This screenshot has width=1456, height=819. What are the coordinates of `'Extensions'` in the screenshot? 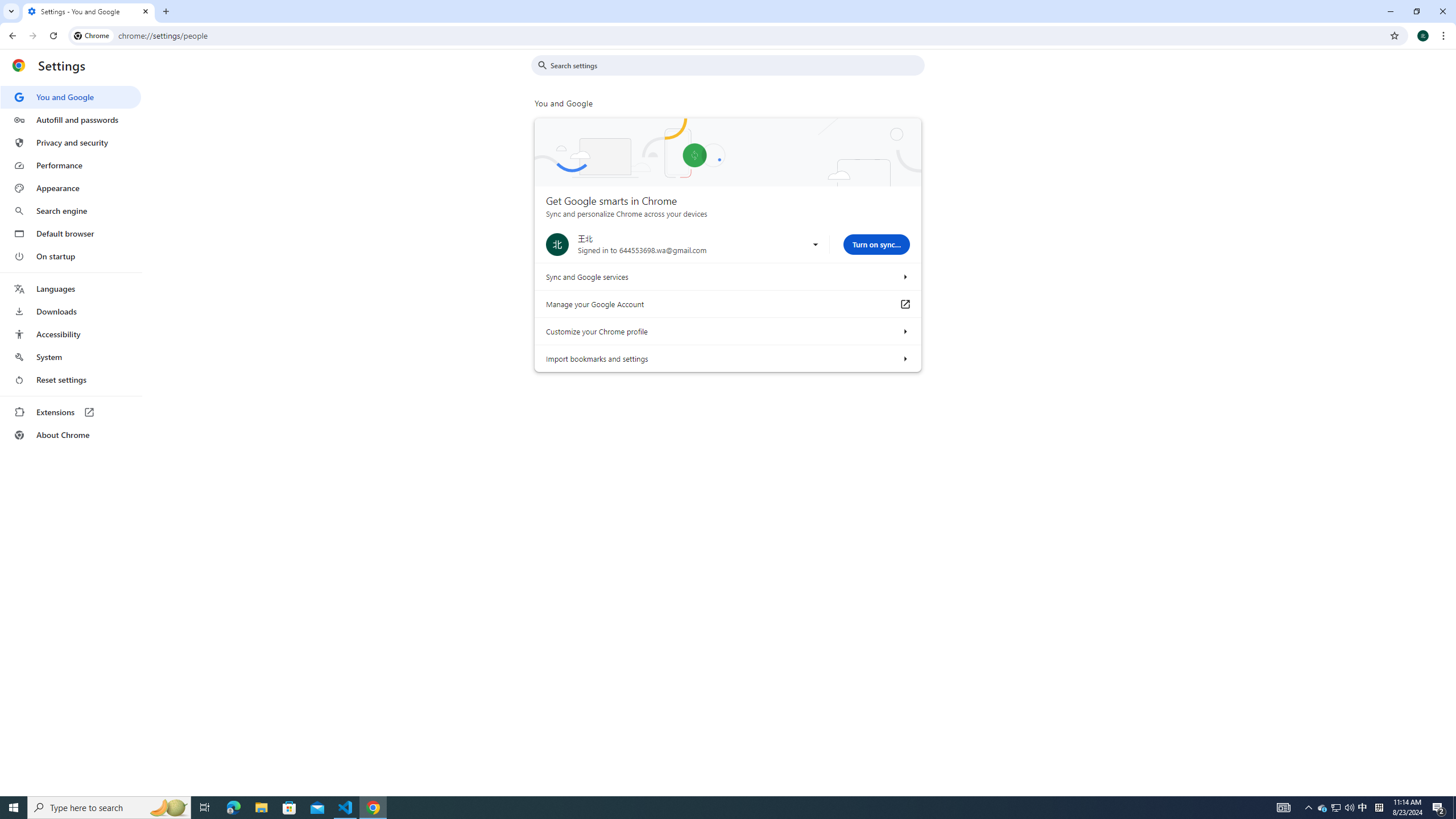 It's located at (70, 412).